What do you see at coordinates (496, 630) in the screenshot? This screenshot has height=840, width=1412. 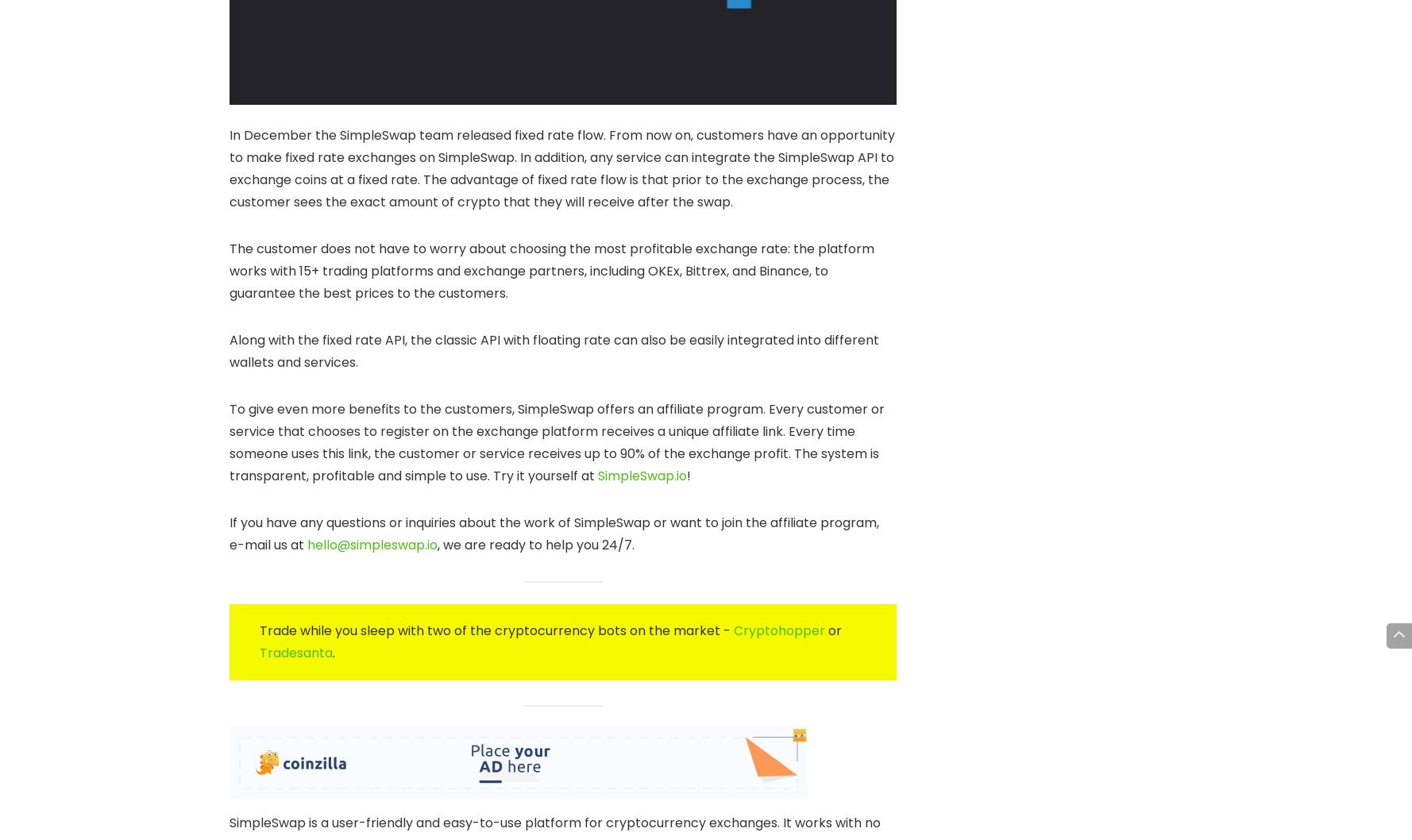 I see `'Trade while you sleep with two of the cryptocurrency bots on the market -'` at bounding box center [496, 630].